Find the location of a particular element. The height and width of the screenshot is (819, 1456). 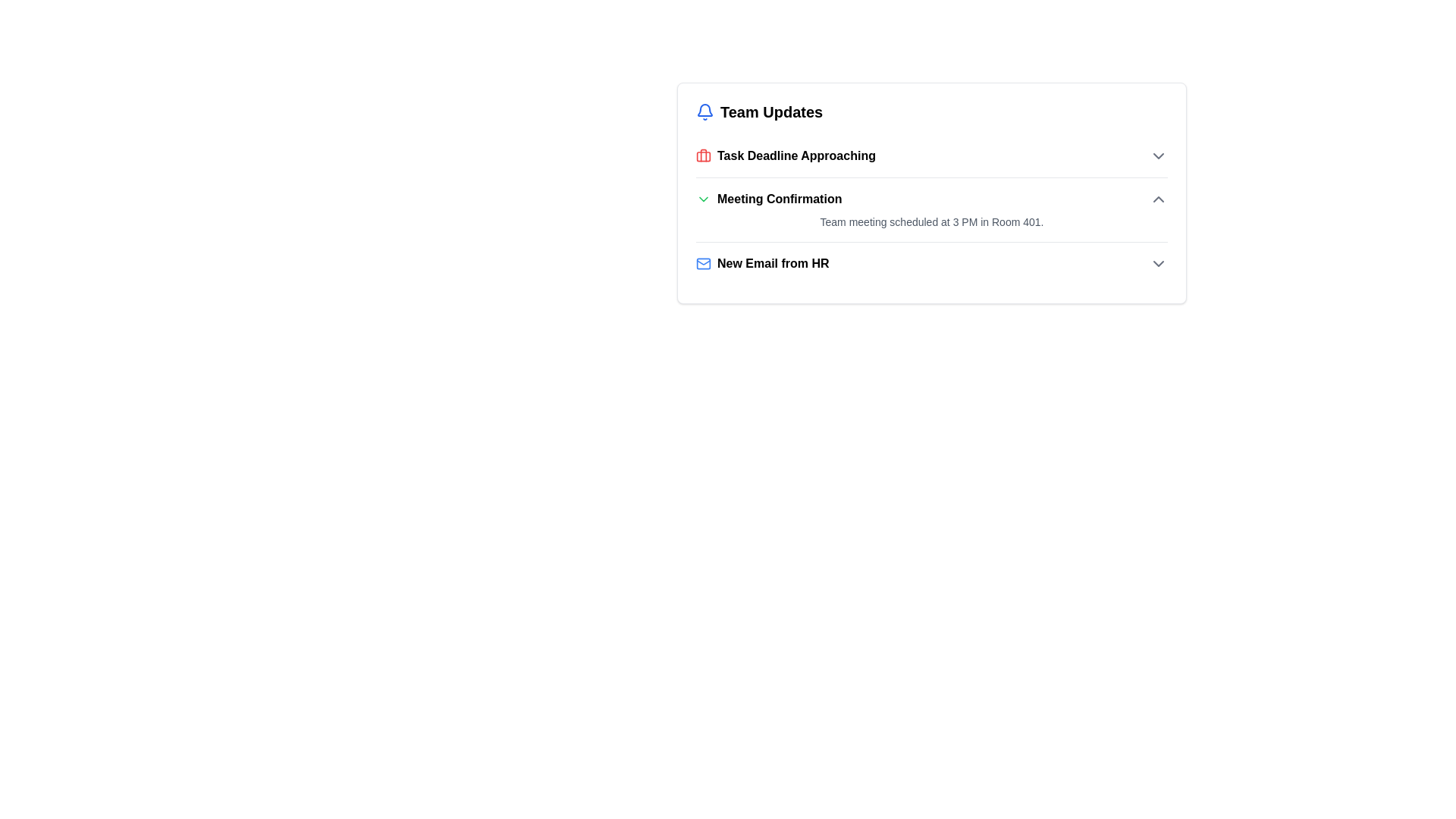

the icon representing the task deadline, which is positioned to the left of the text 'Task Deadline Approaching' is located at coordinates (702, 155).